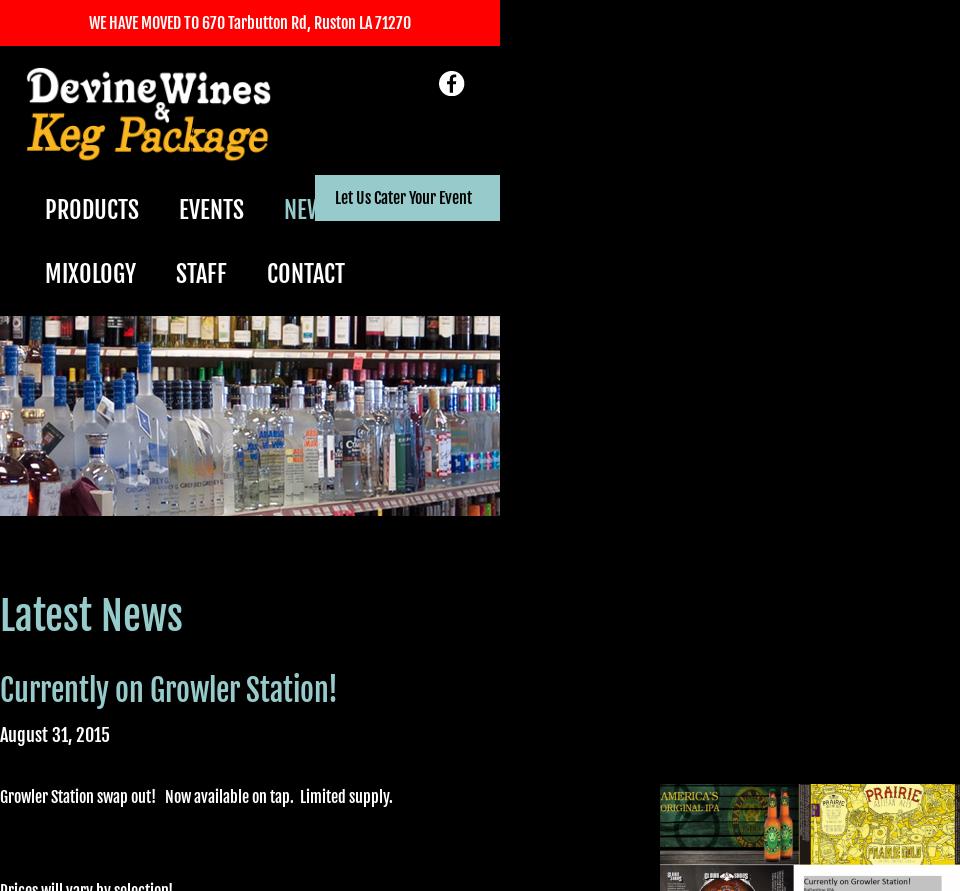 Image resolution: width=960 pixels, height=891 pixels. Describe the element at coordinates (90, 272) in the screenshot. I see `'MIXOLOGY'` at that location.